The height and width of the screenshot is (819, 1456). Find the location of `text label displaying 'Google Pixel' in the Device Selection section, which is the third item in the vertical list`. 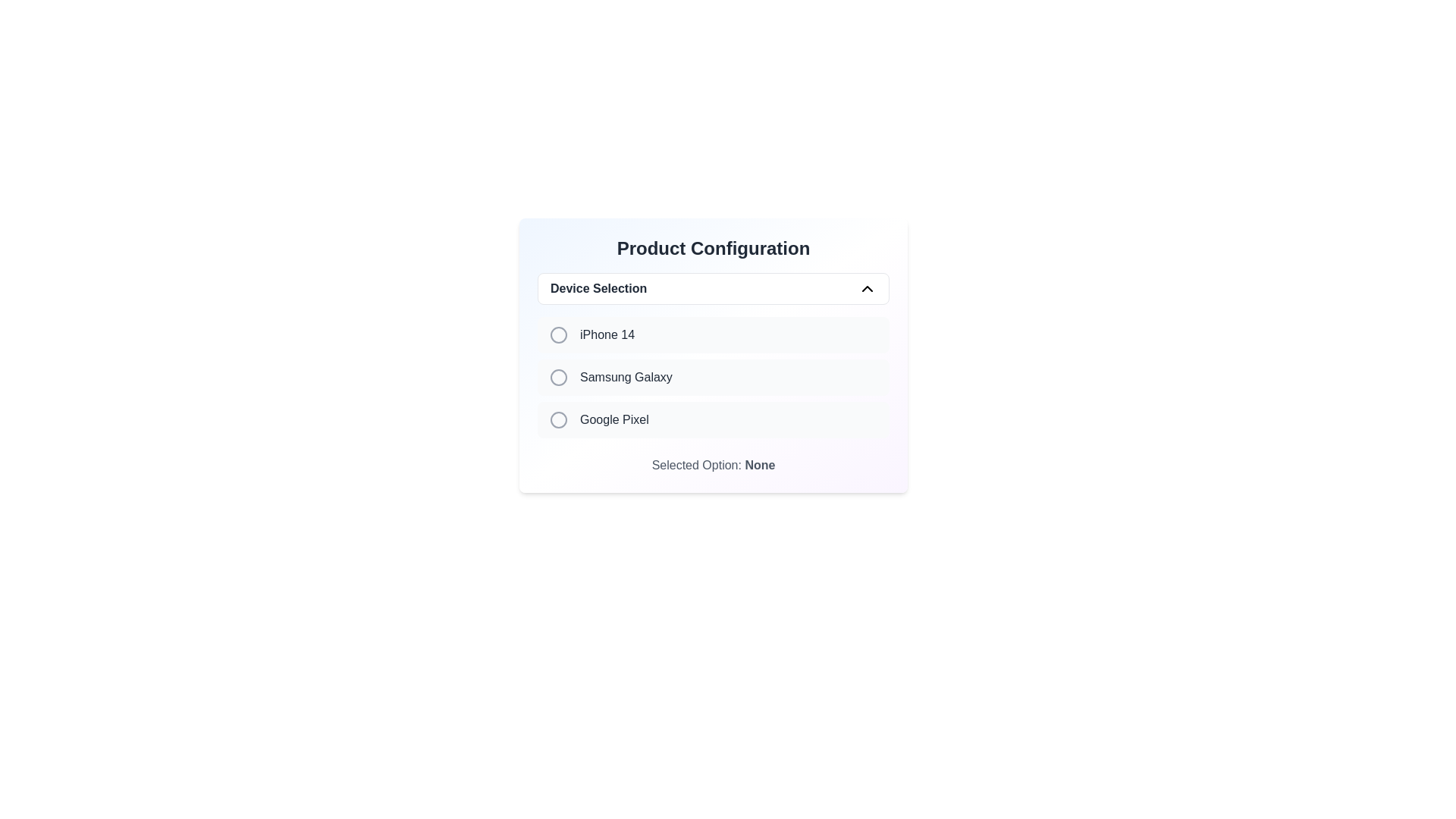

text label displaying 'Google Pixel' in the Device Selection section, which is the third item in the vertical list is located at coordinates (614, 420).